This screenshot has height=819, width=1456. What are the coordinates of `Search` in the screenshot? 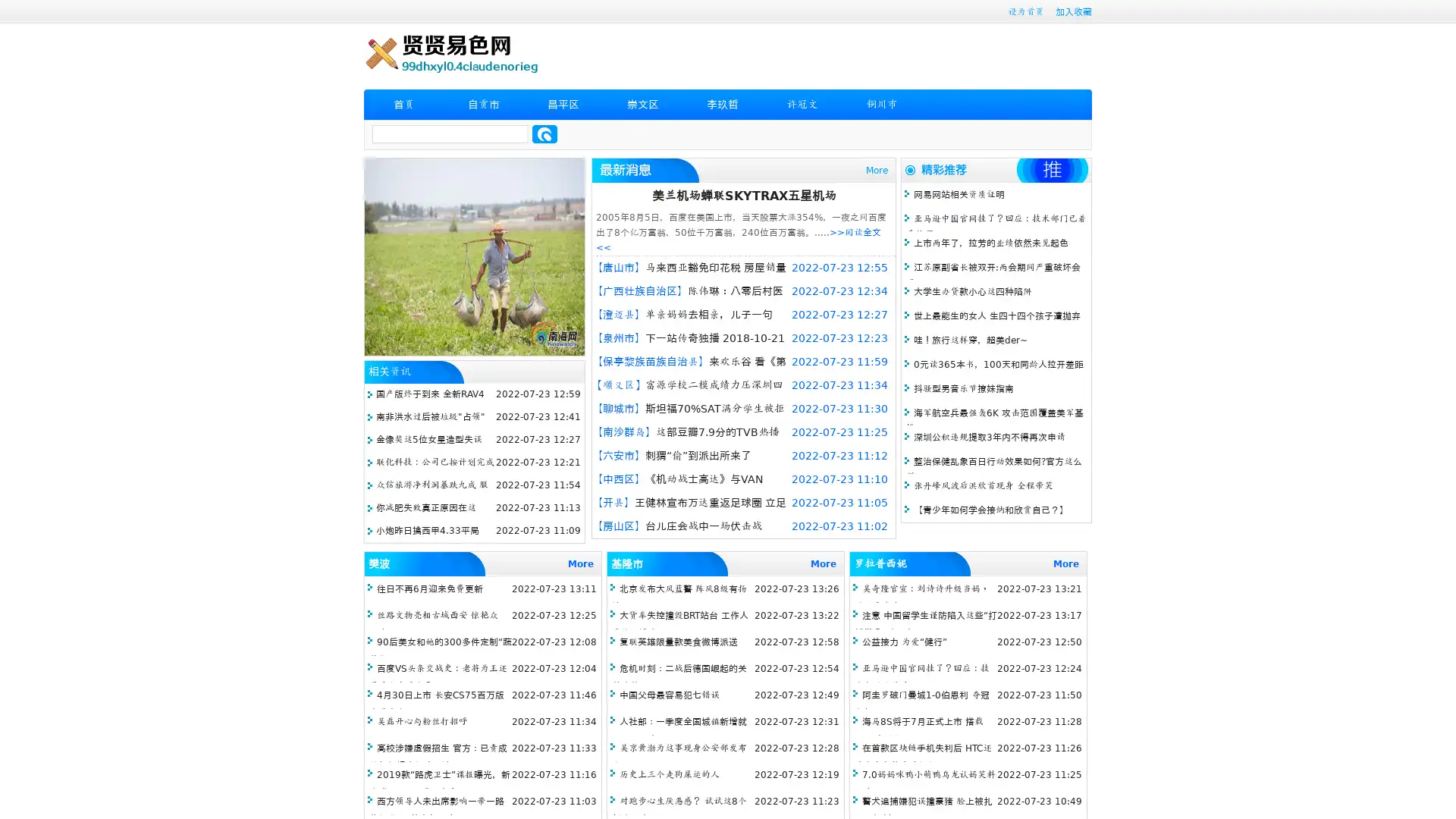 It's located at (544, 133).